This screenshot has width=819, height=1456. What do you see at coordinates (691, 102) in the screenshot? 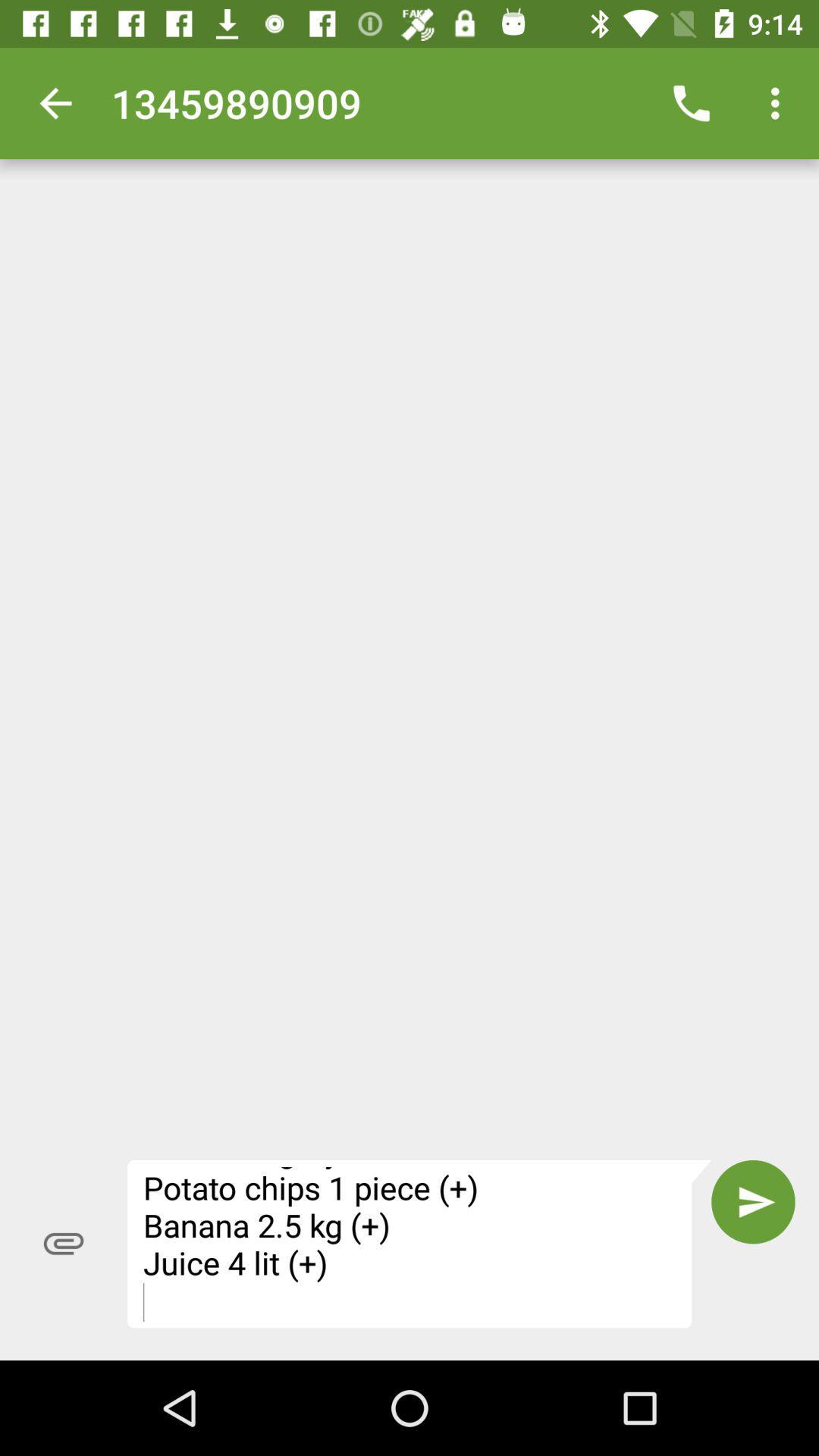
I see `icon to the right of 13459890909` at bounding box center [691, 102].